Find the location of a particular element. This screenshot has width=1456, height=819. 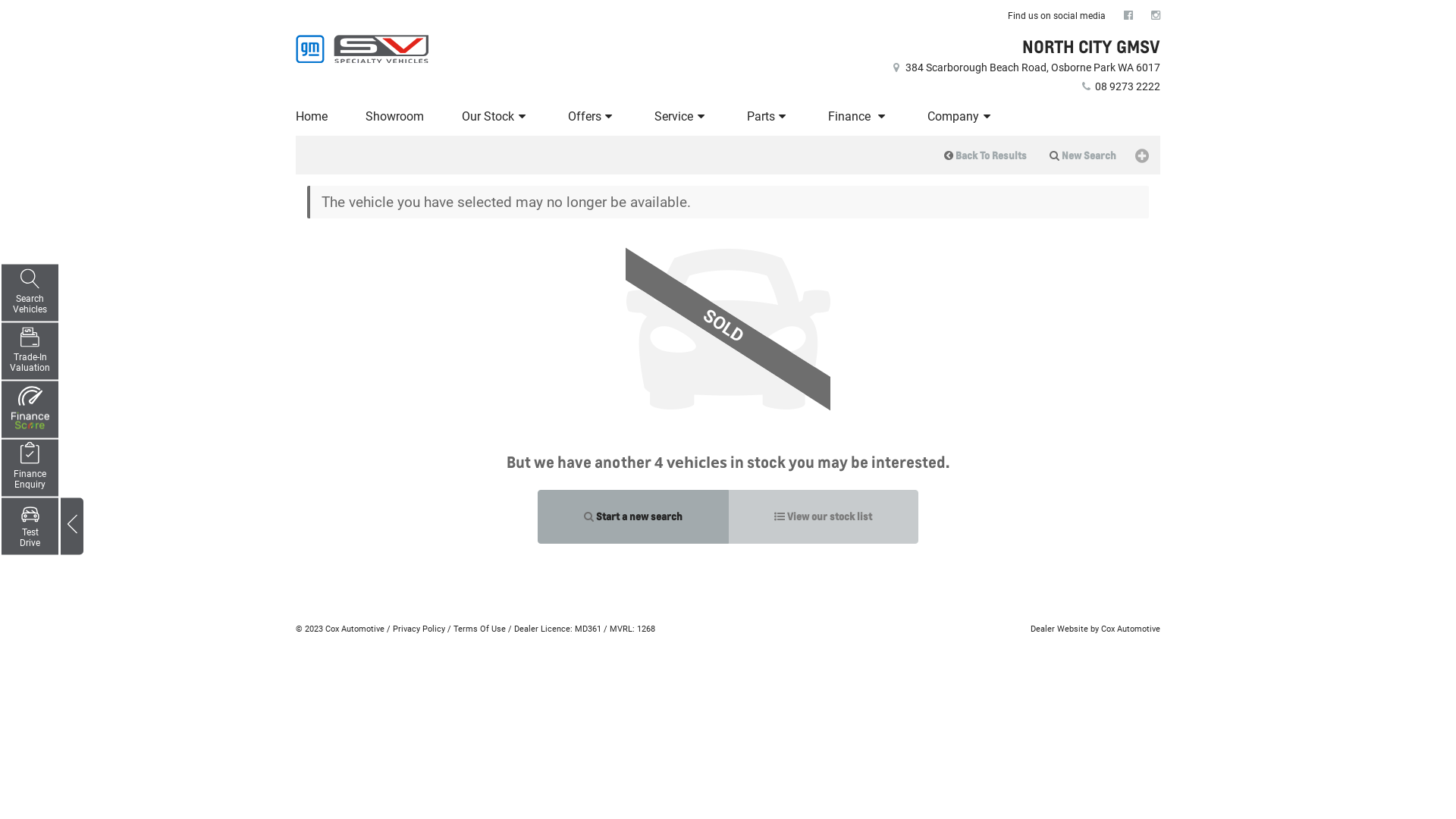

'Privacy Policy' is located at coordinates (419, 629).